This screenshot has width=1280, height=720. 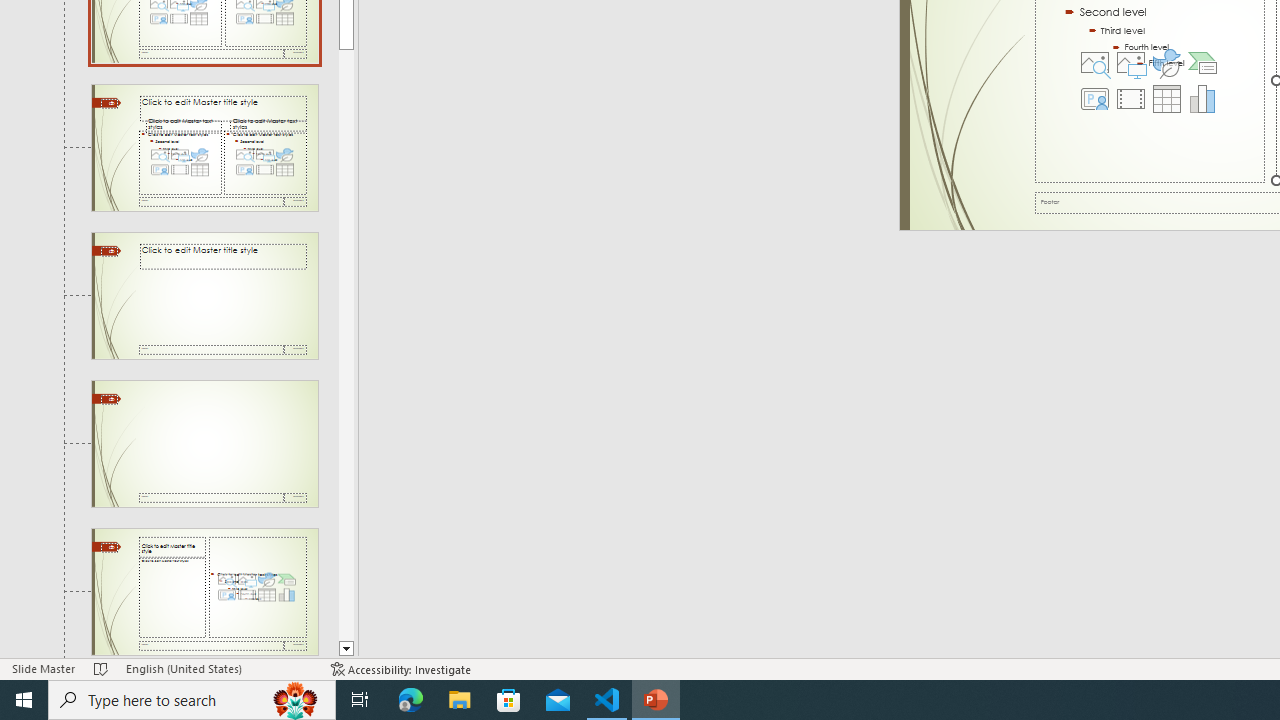 I want to click on 'Insert Video', so click(x=1130, y=99).